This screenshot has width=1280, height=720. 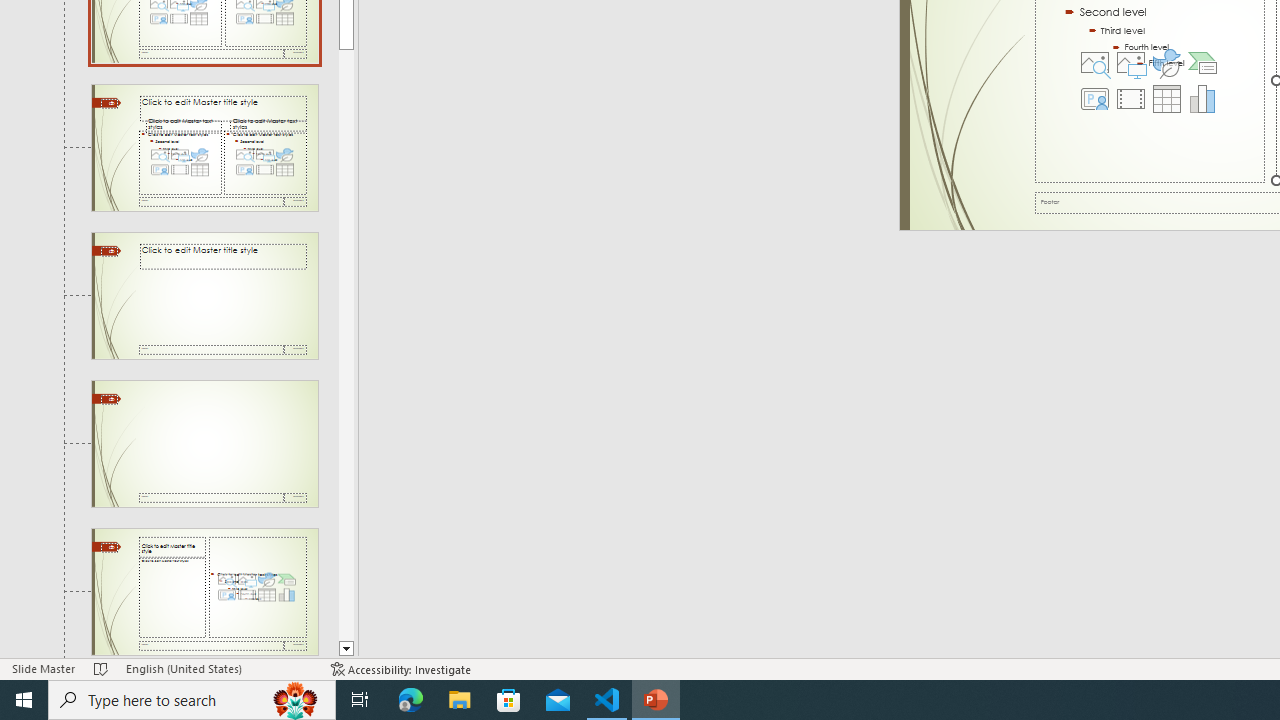 I want to click on 'Insert Video', so click(x=1130, y=99).